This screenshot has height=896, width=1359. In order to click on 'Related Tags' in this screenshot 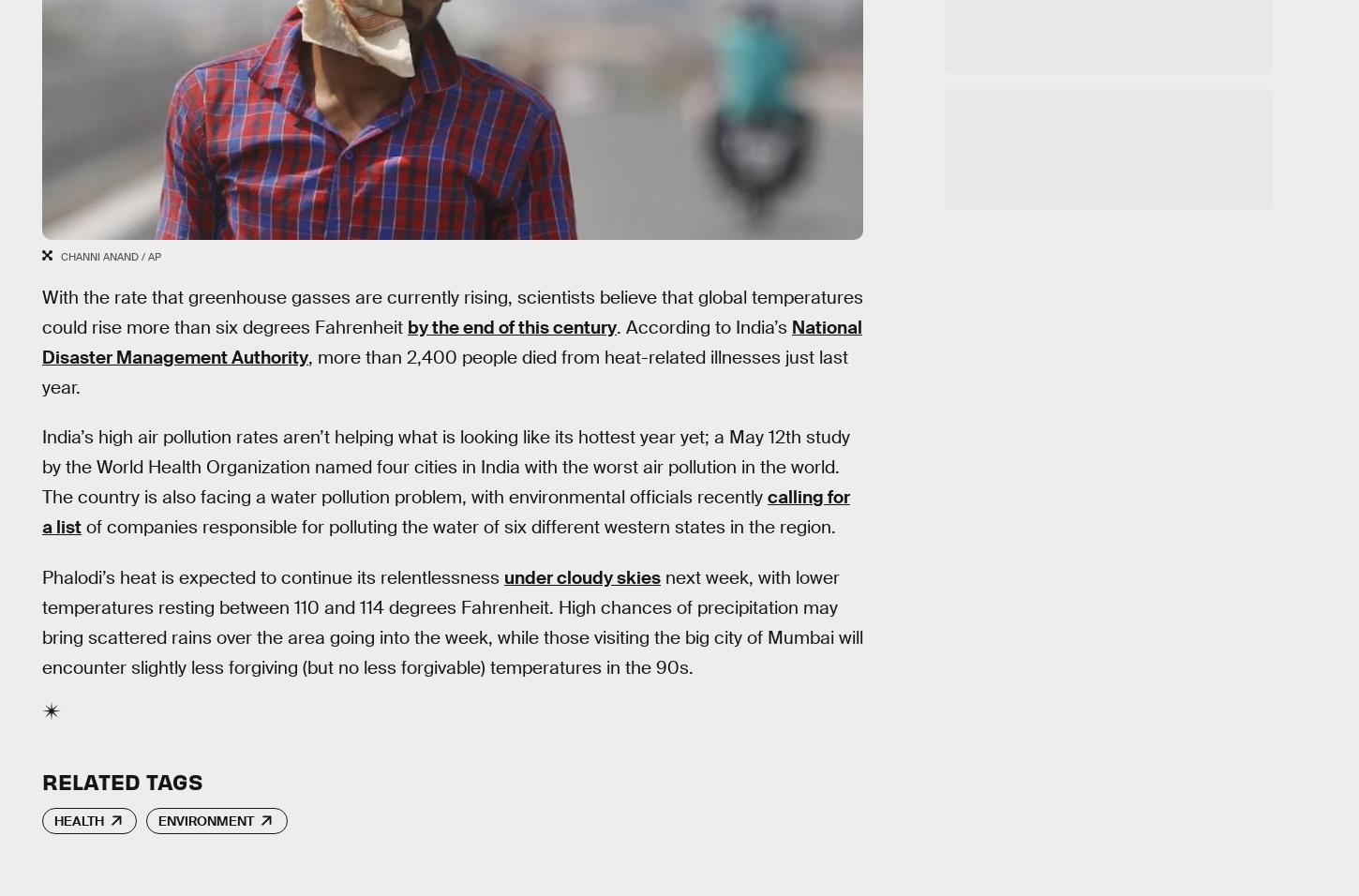, I will do `click(121, 780)`.